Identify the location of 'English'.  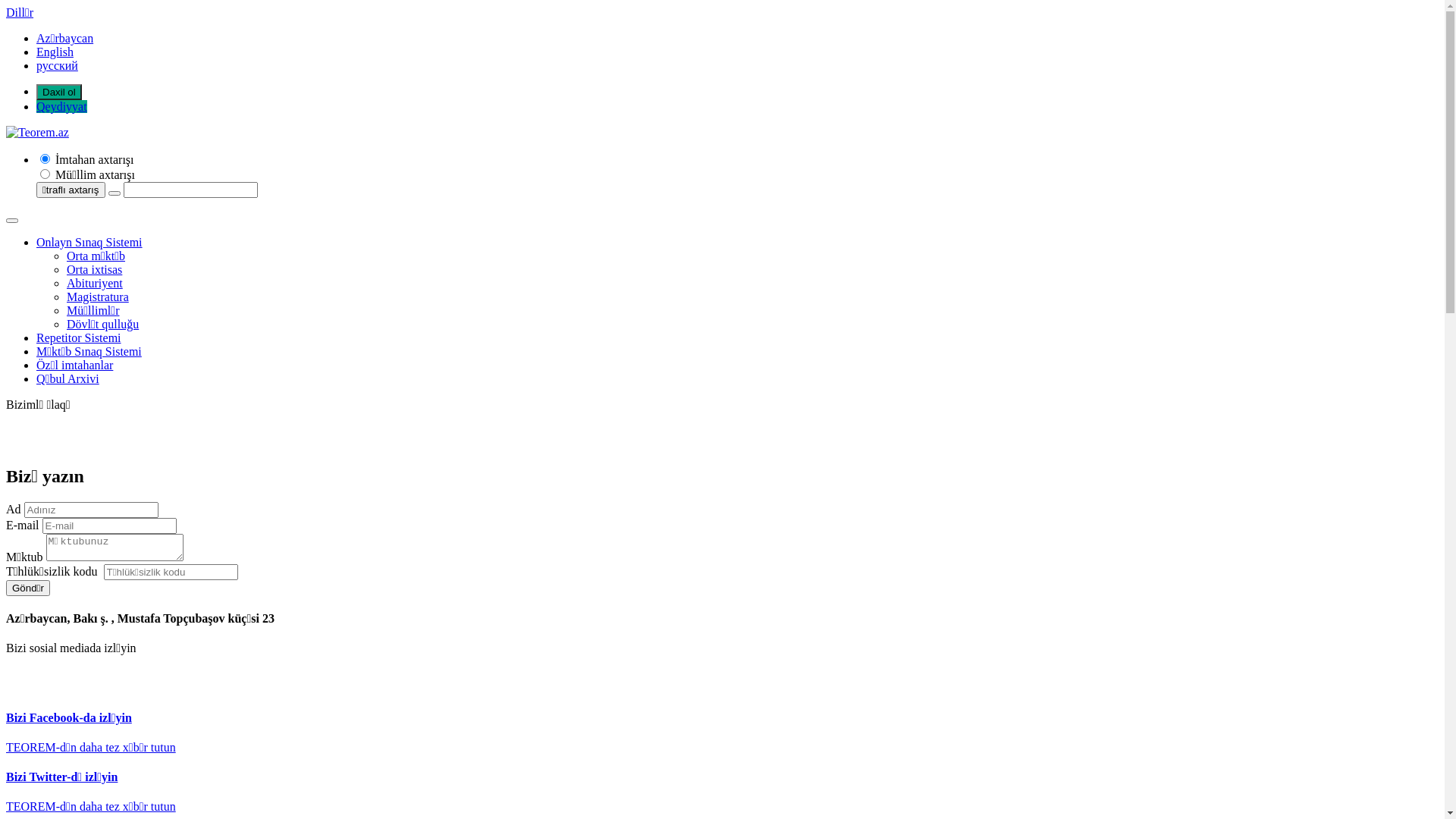
(36, 51).